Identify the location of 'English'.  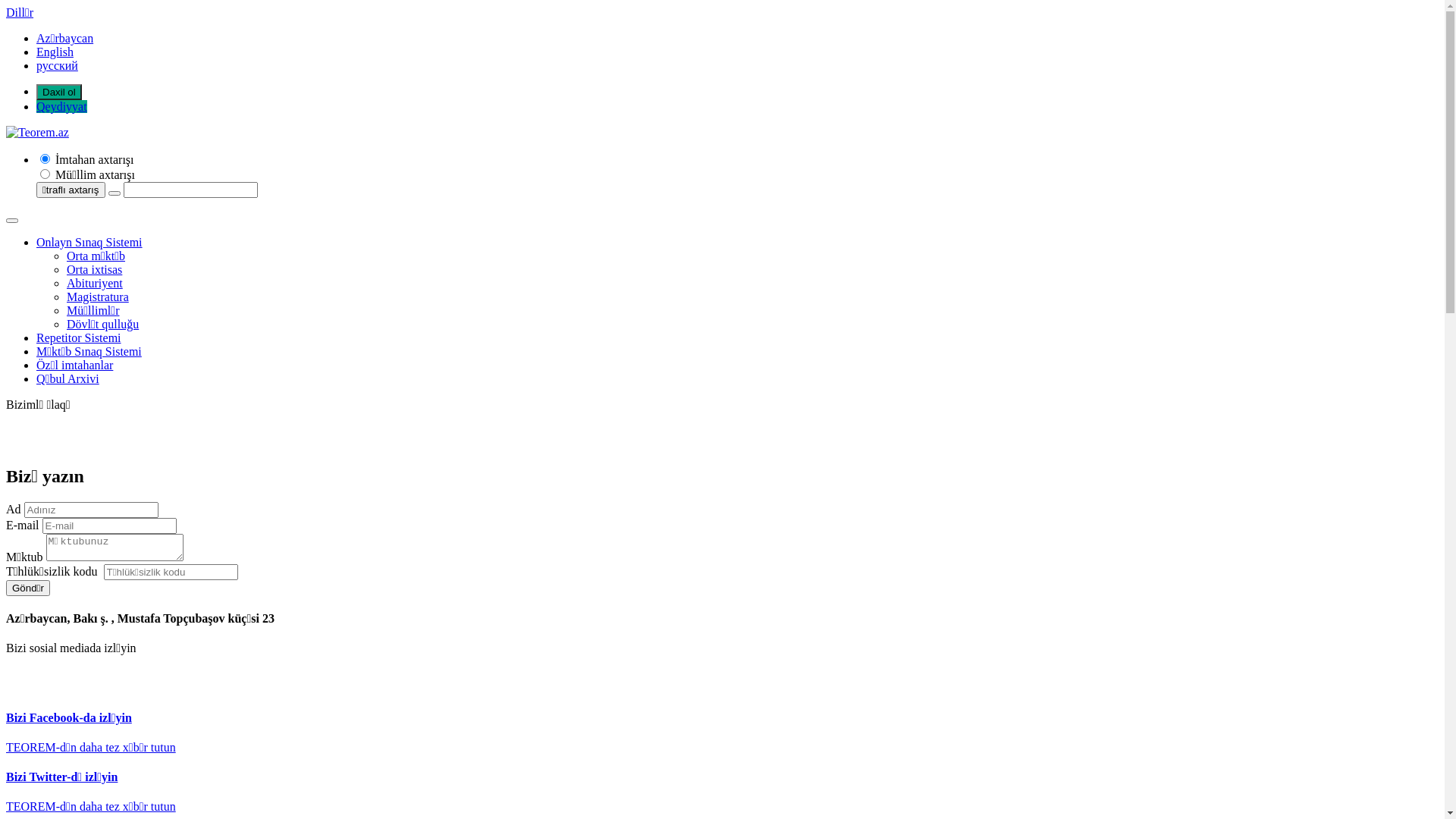
(36, 51).